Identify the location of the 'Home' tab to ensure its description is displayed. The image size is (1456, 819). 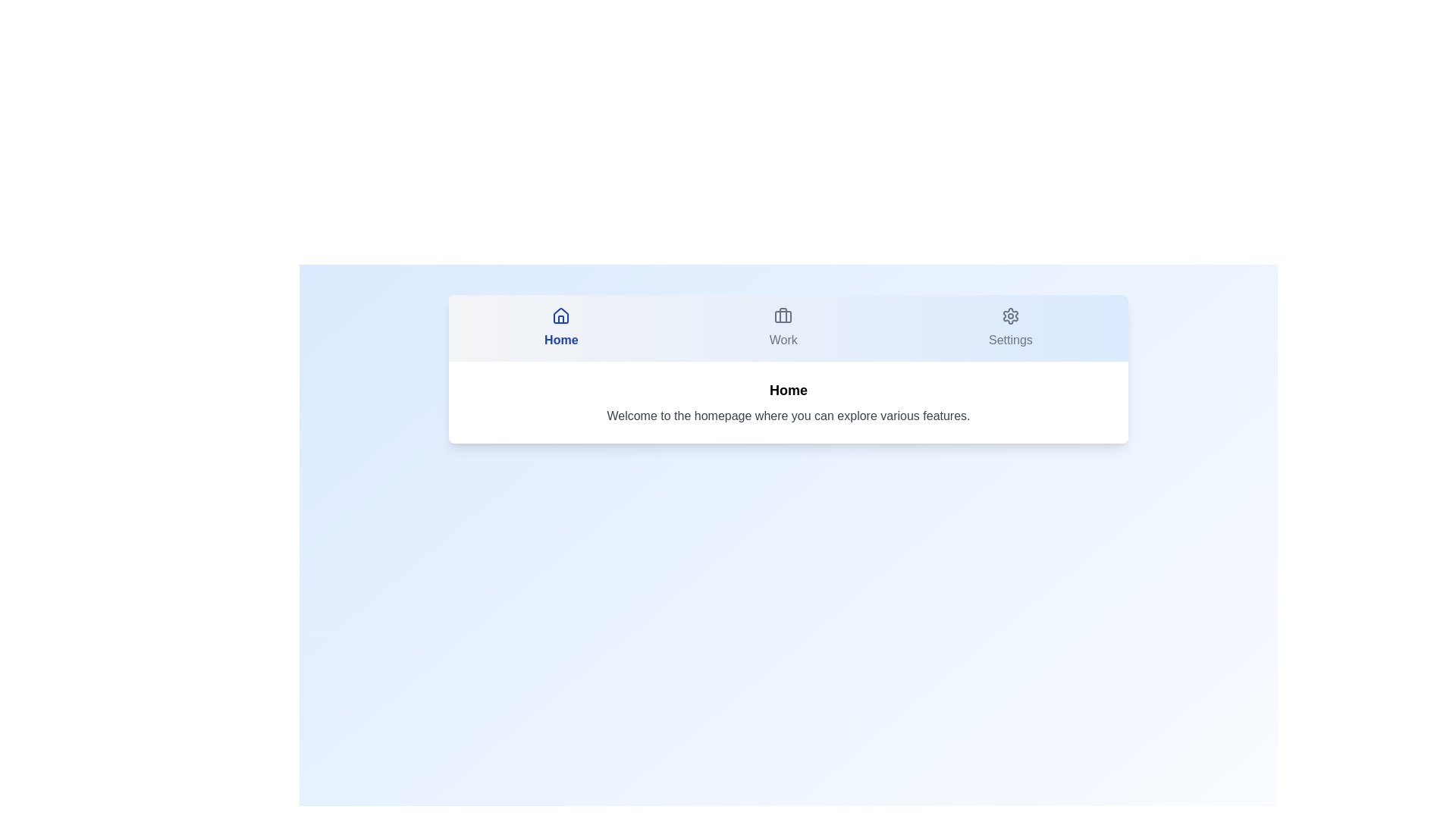
(560, 327).